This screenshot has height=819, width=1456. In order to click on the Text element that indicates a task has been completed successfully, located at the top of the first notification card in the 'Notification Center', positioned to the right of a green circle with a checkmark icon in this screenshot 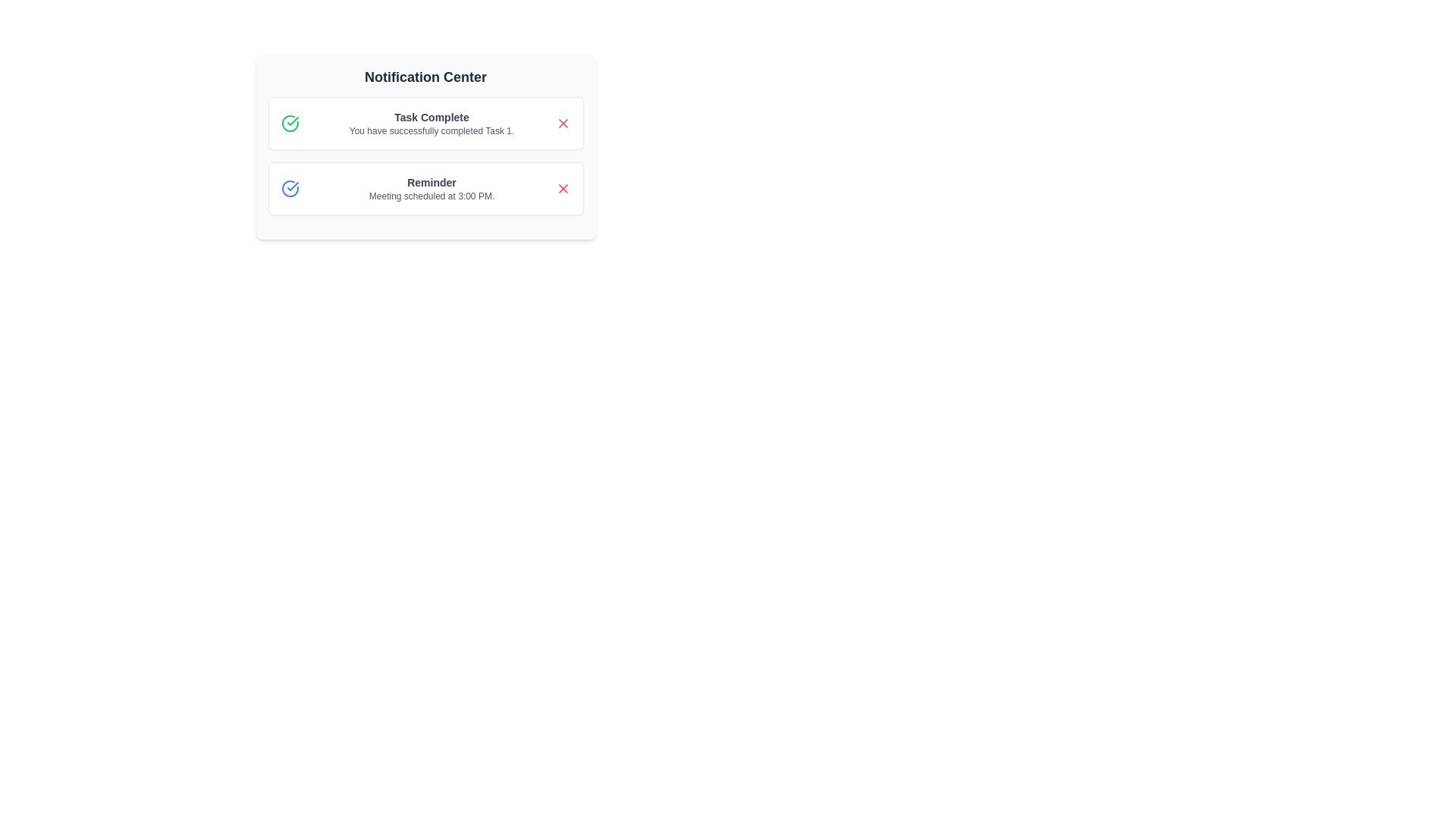, I will do `click(431, 122)`.